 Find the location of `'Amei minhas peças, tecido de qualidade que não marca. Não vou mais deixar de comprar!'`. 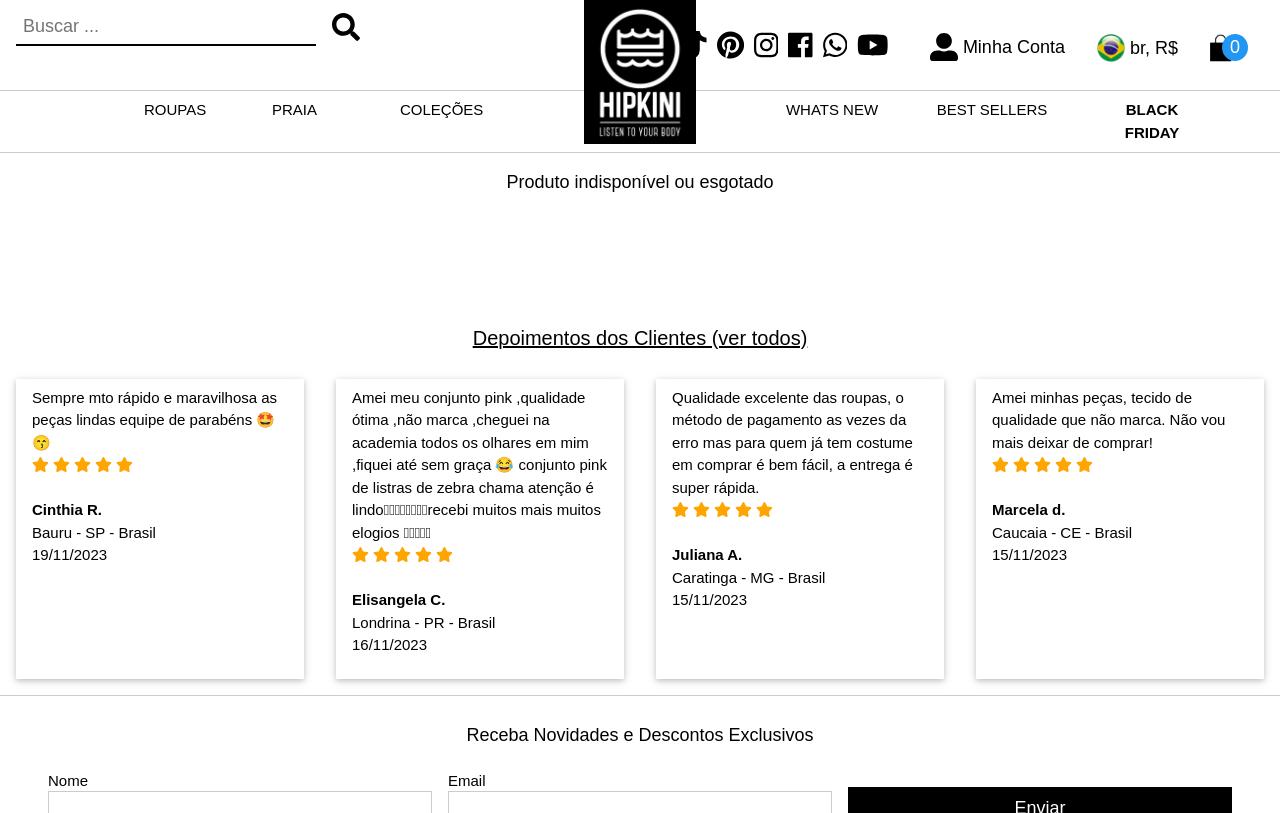

'Amei minhas peças, tecido de qualidade que não marca. Não vou mais deixar de comprar!' is located at coordinates (990, 419).